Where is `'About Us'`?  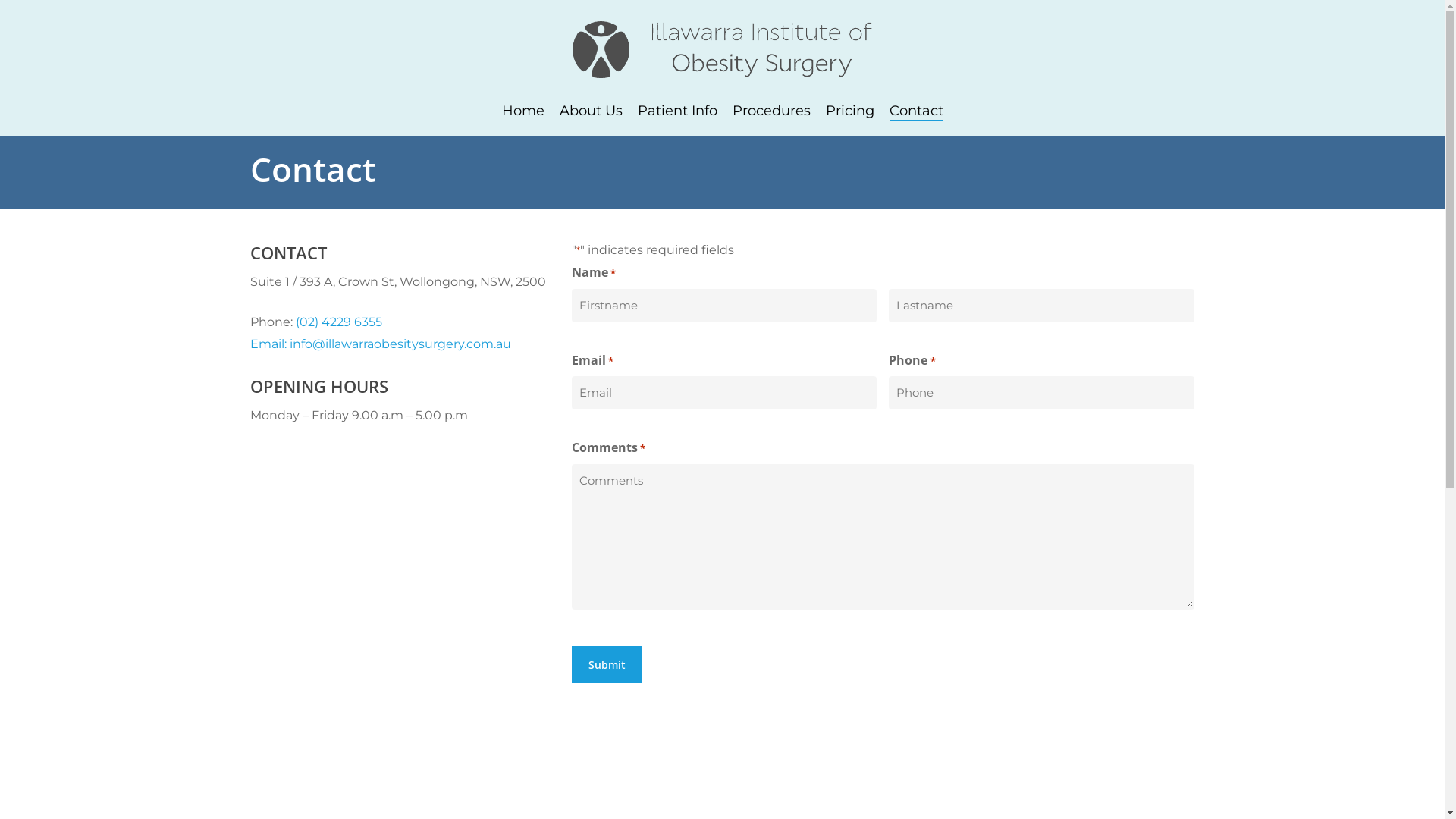 'About Us' is located at coordinates (559, 110).